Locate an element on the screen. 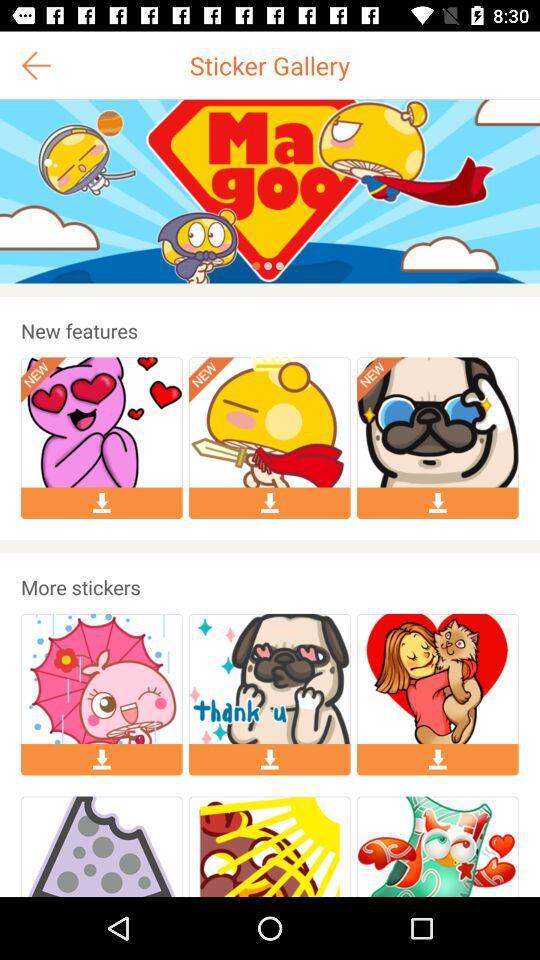  the first row second image is located at coordinates (270, 422).